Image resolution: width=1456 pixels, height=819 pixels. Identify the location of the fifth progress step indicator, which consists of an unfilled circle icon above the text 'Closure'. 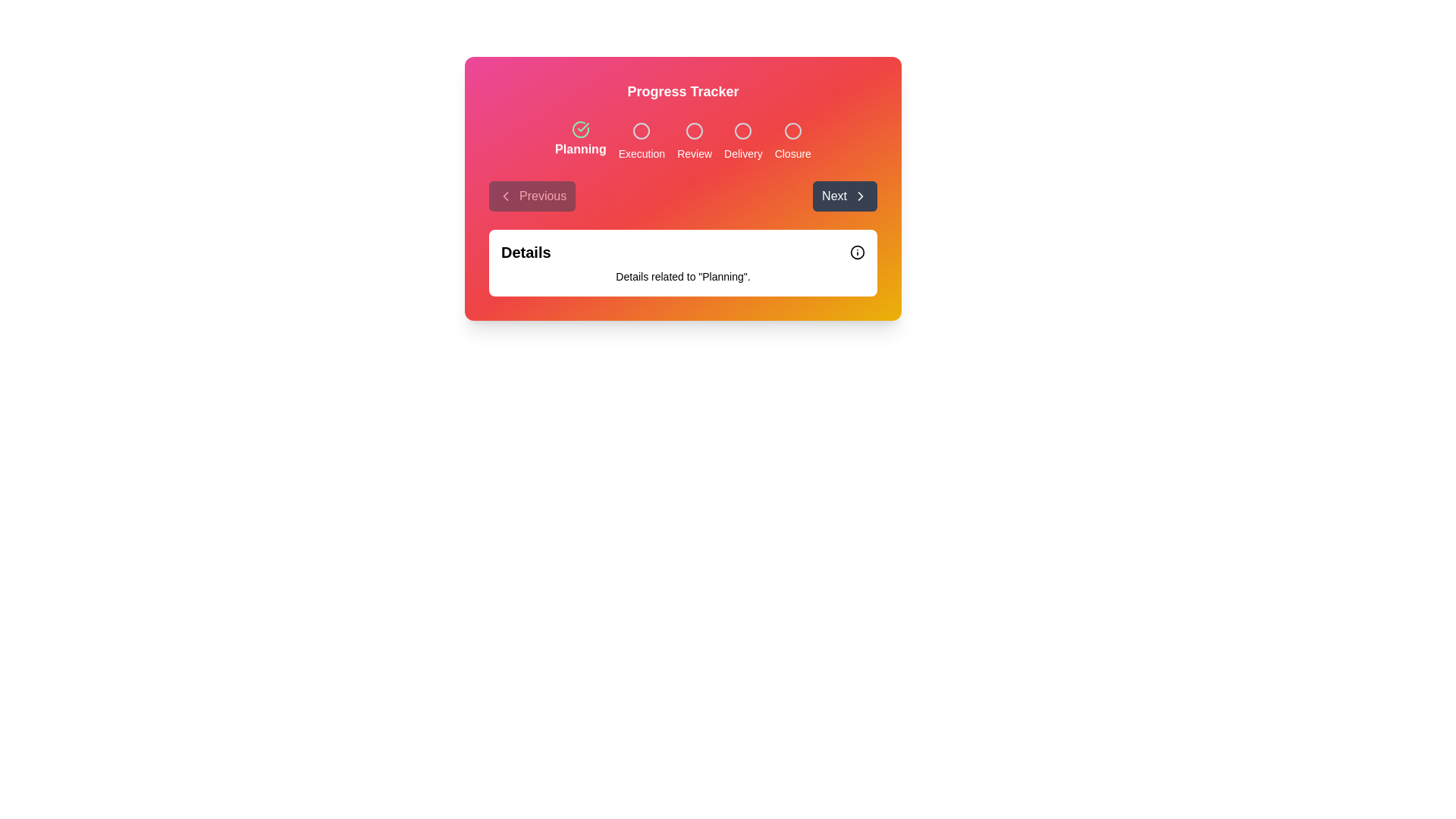
(792, 141).